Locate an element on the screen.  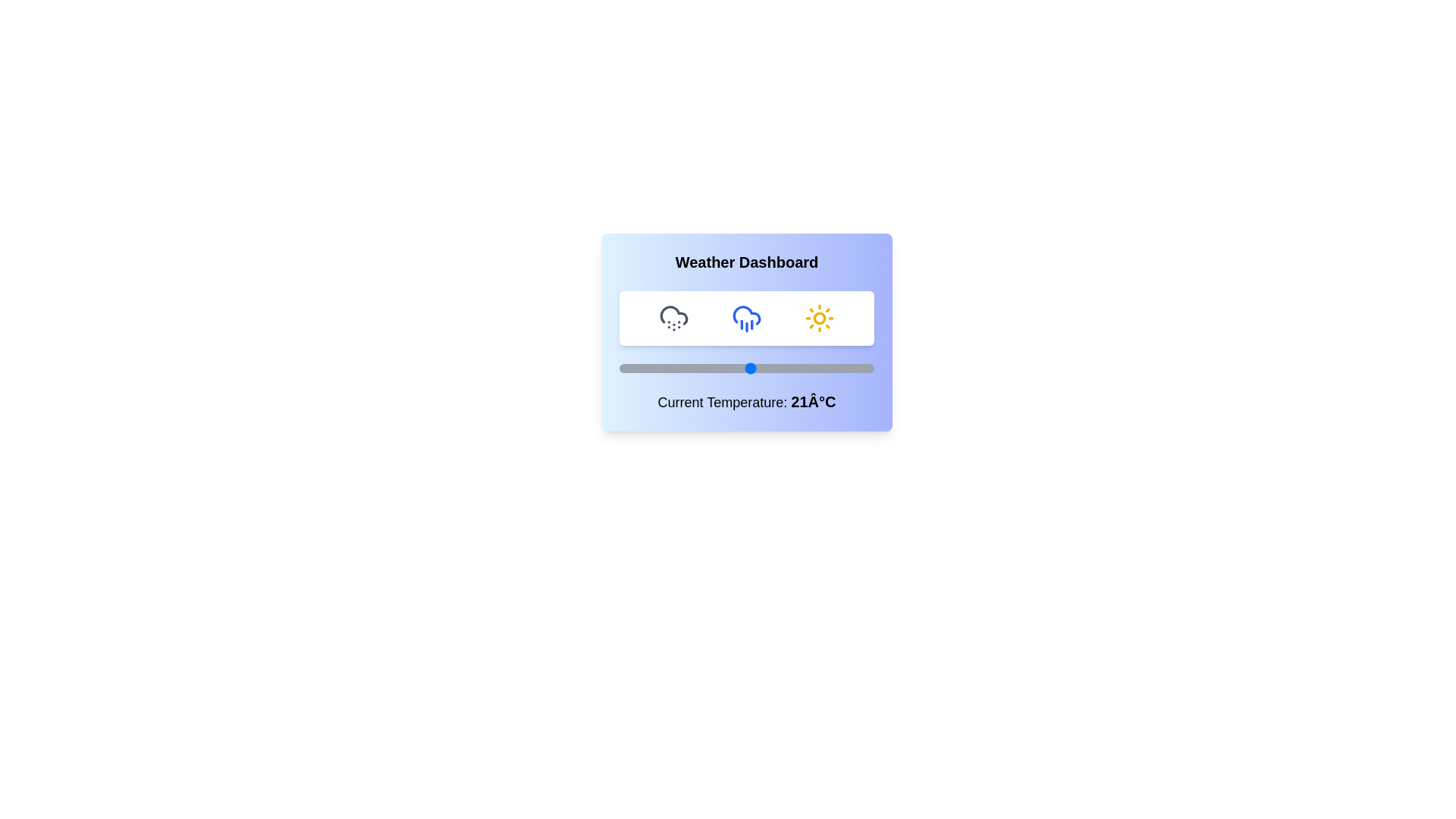
the temperature slider to set the temperature to 49°C is located at coordinates (870, 369).